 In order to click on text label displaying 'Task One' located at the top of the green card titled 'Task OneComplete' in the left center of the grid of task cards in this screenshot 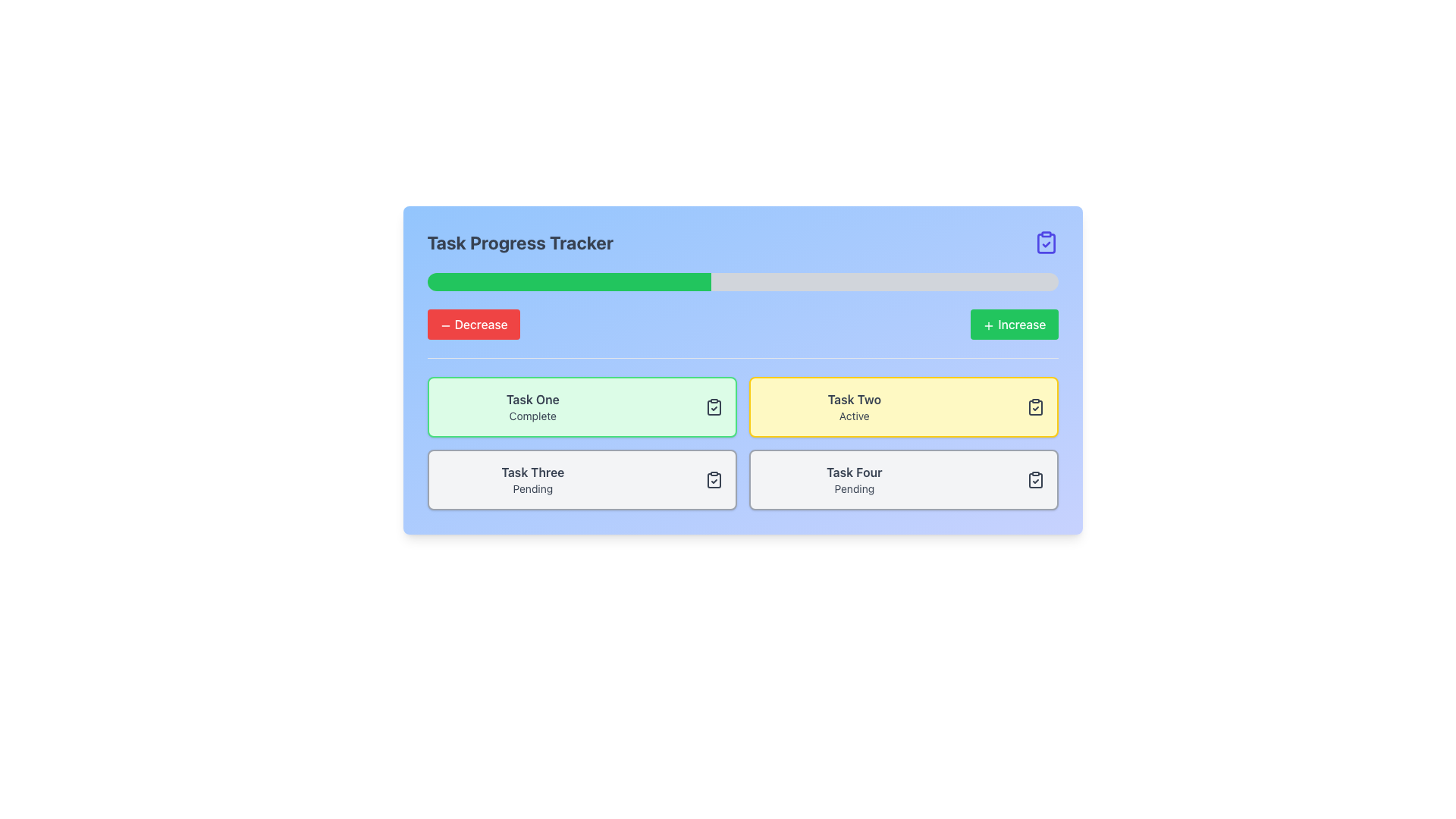, I will do `click(532, 399)`.